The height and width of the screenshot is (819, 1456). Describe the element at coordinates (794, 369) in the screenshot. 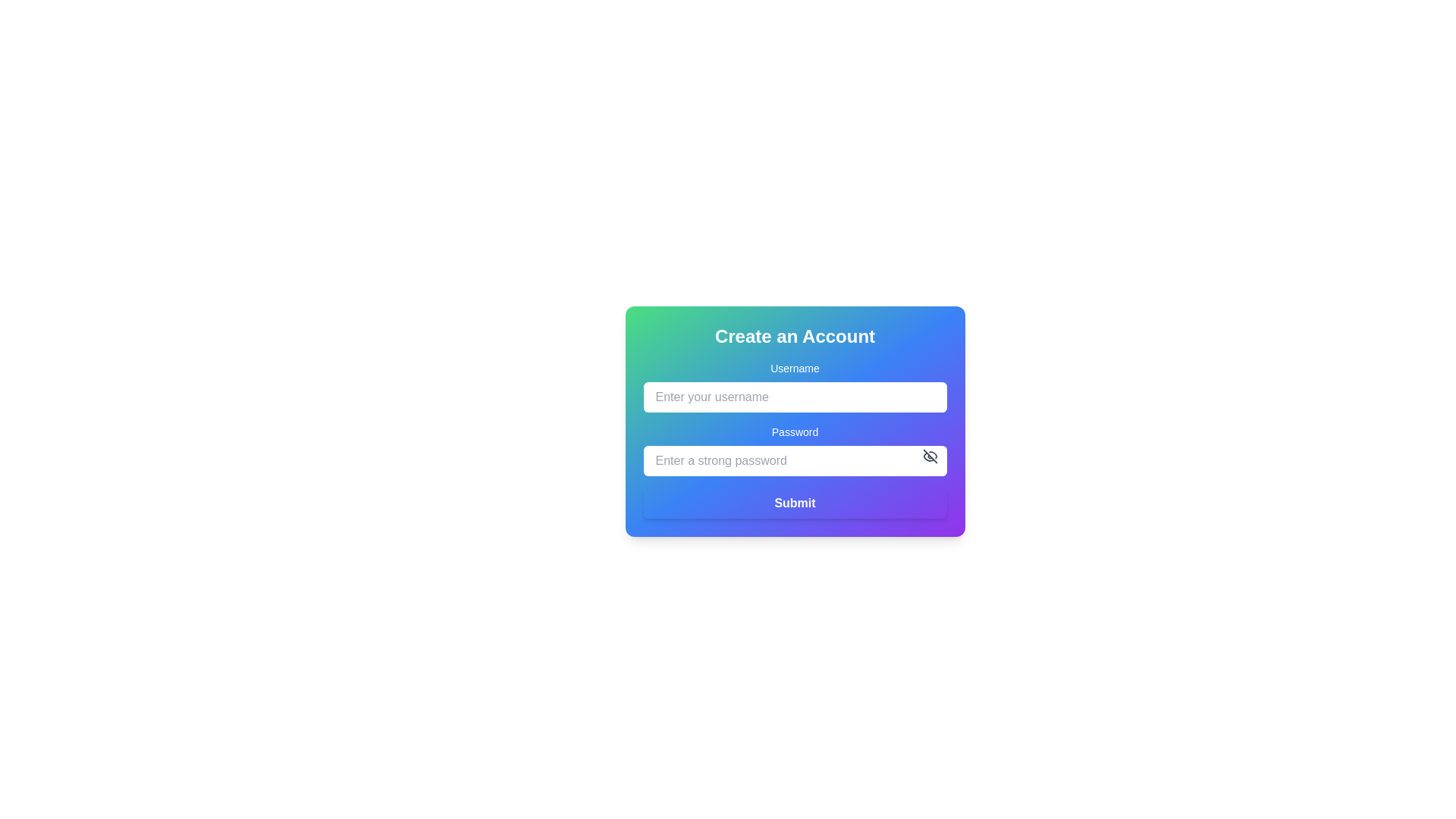

I see `the Text label that indicates the purpose of the text input field for 'Enter your username', positioned at the top of the form section` at that location.